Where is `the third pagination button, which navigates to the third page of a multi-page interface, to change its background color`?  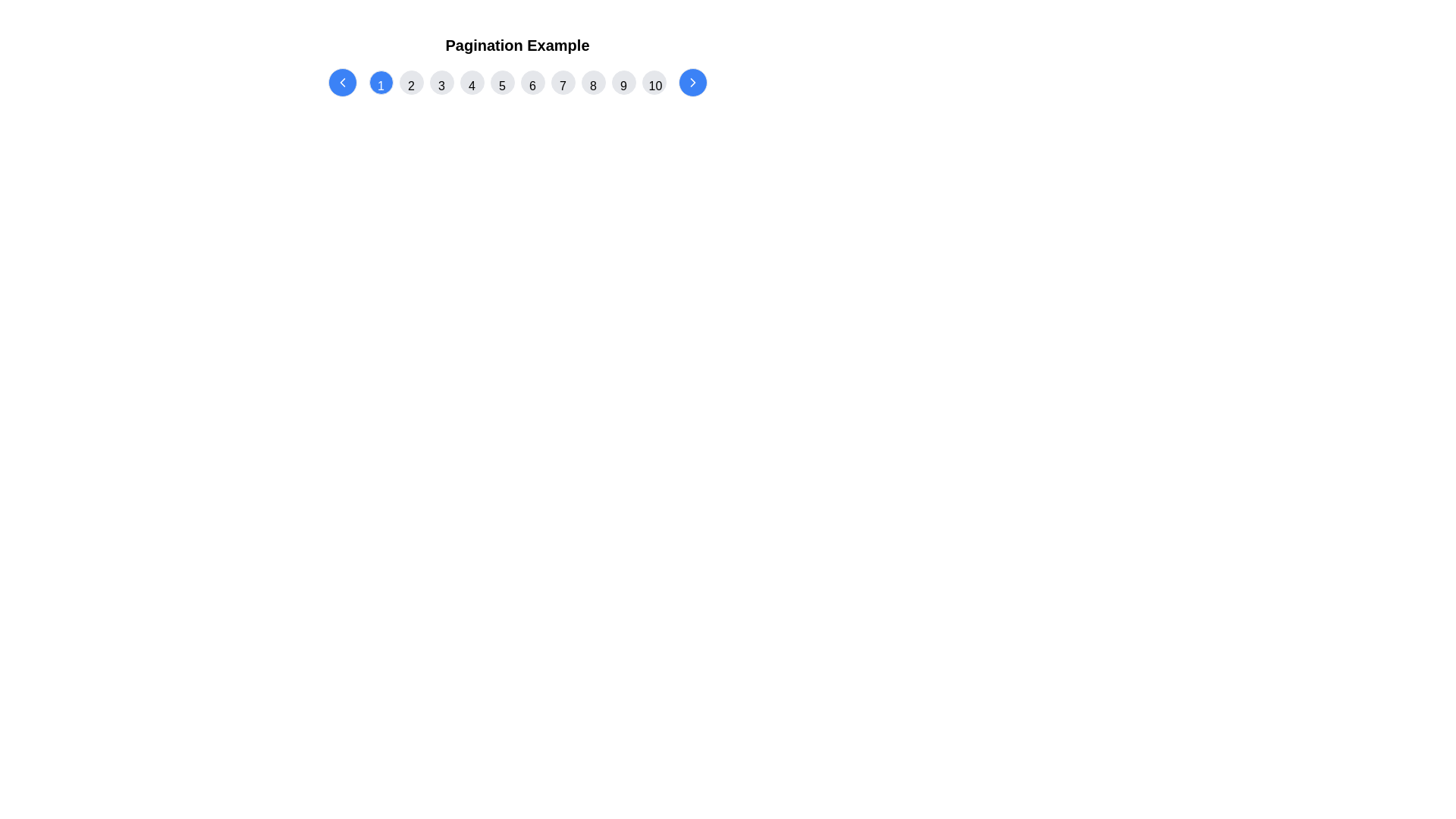 the third pagination button, which navigates to the third page of a multi-page interface, to change its background color is located at coordinates (441, 82).